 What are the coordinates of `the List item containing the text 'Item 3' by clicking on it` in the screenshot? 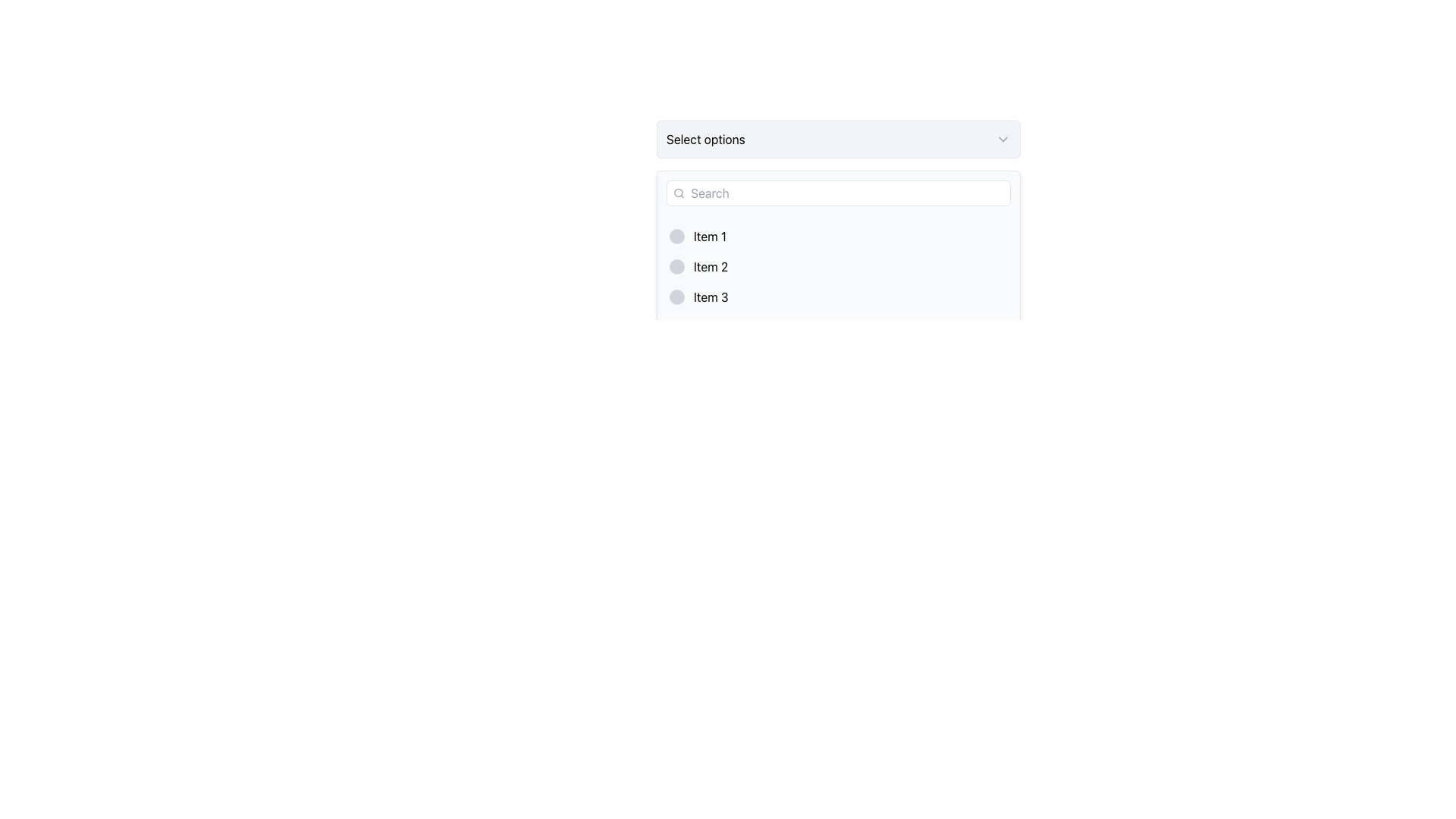 It's located at (837, 297).